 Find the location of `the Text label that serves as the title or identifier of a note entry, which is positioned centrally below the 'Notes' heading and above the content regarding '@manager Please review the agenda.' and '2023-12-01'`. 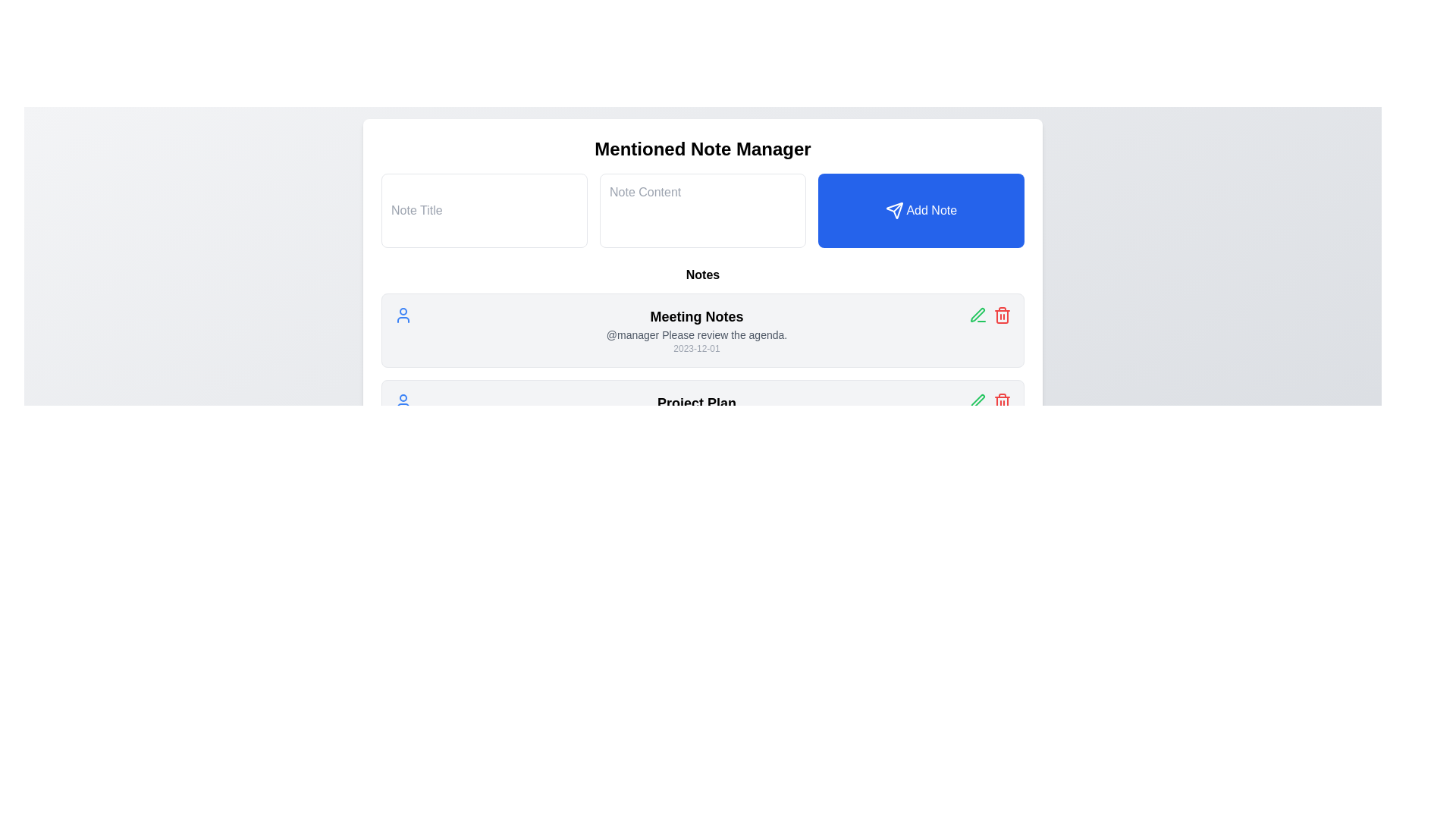

the Text label that serves as the title or identifier of a note entry, which is positioned centrally below the 'Notes' heading and above the content regarding '@manager Please review the agenda.' and '2023-12-01' is located at coordinates (695, 315).